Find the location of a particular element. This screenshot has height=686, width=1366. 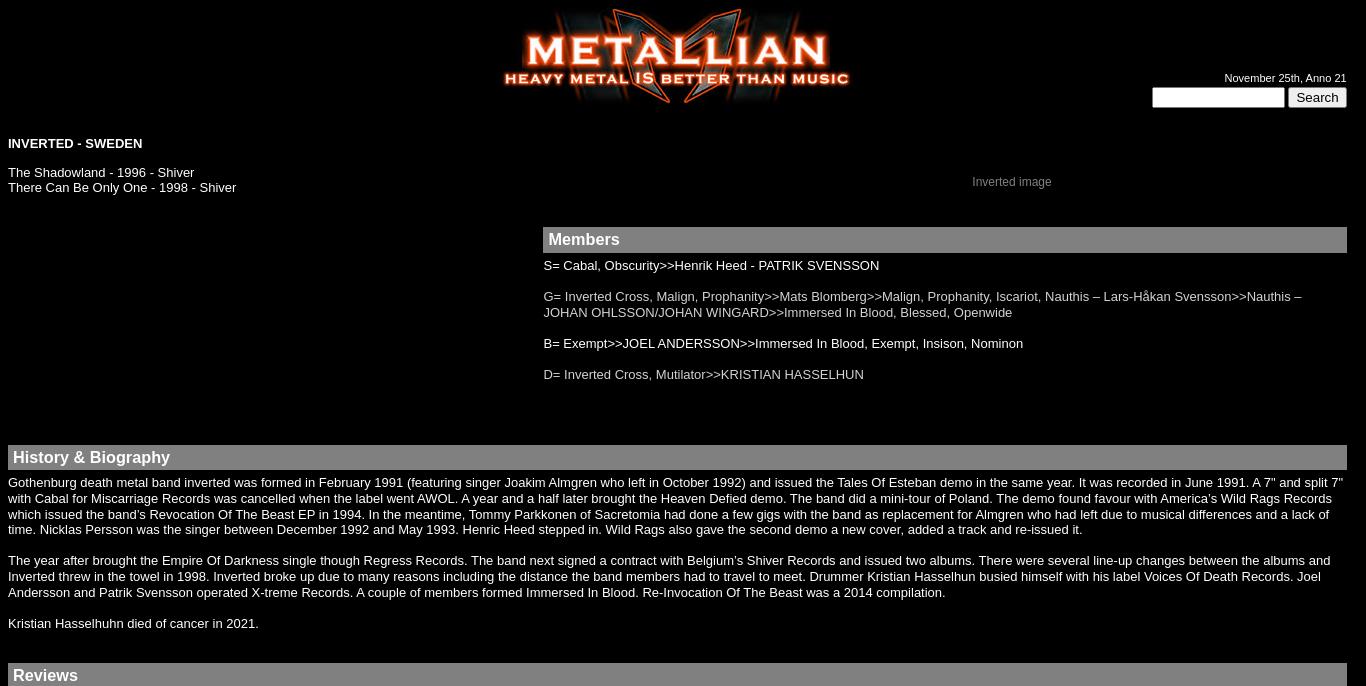

'Reviews' is located at coordinates (45, 673).